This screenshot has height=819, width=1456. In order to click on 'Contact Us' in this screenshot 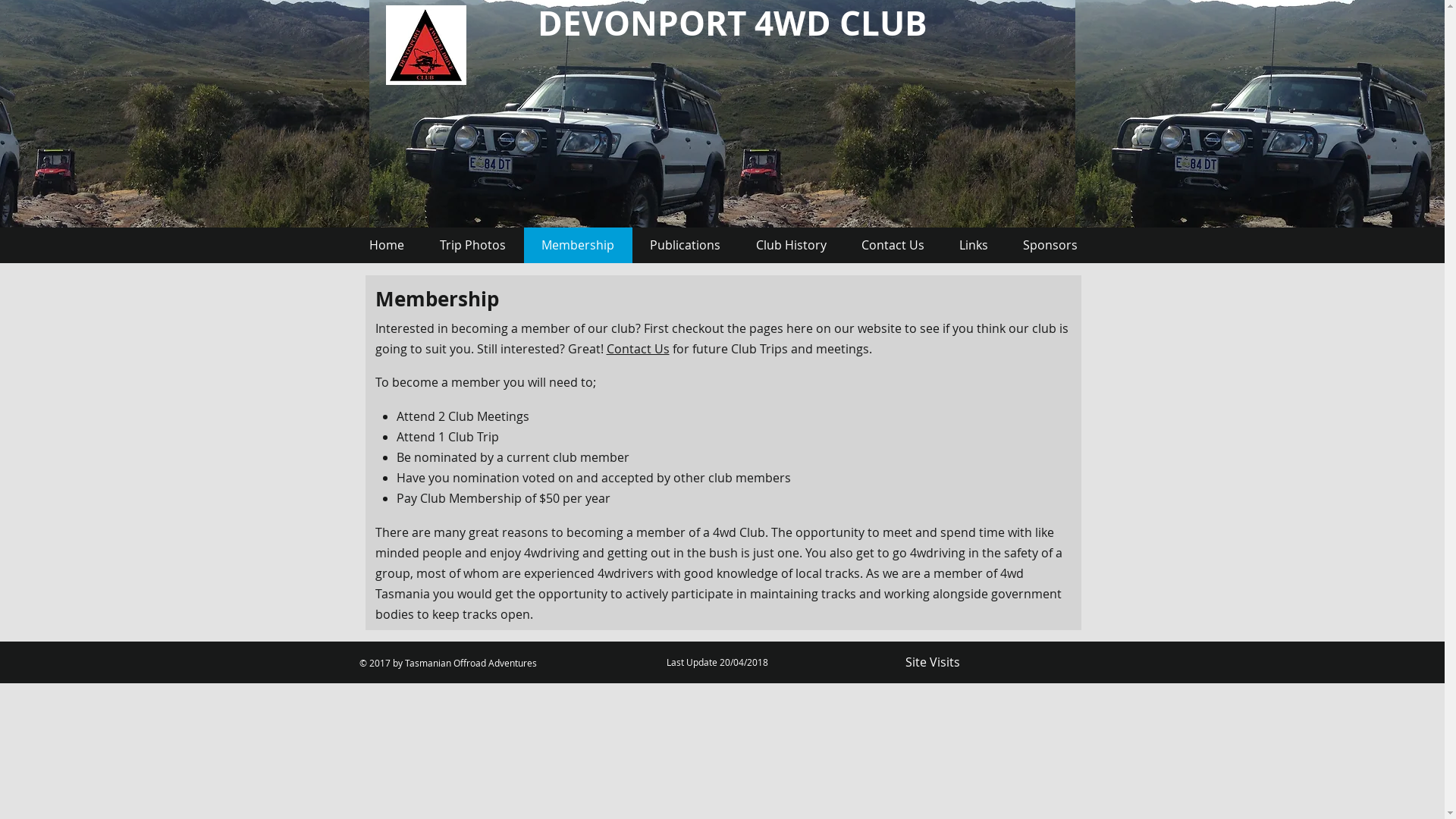, I will do `click(638, 348)`.